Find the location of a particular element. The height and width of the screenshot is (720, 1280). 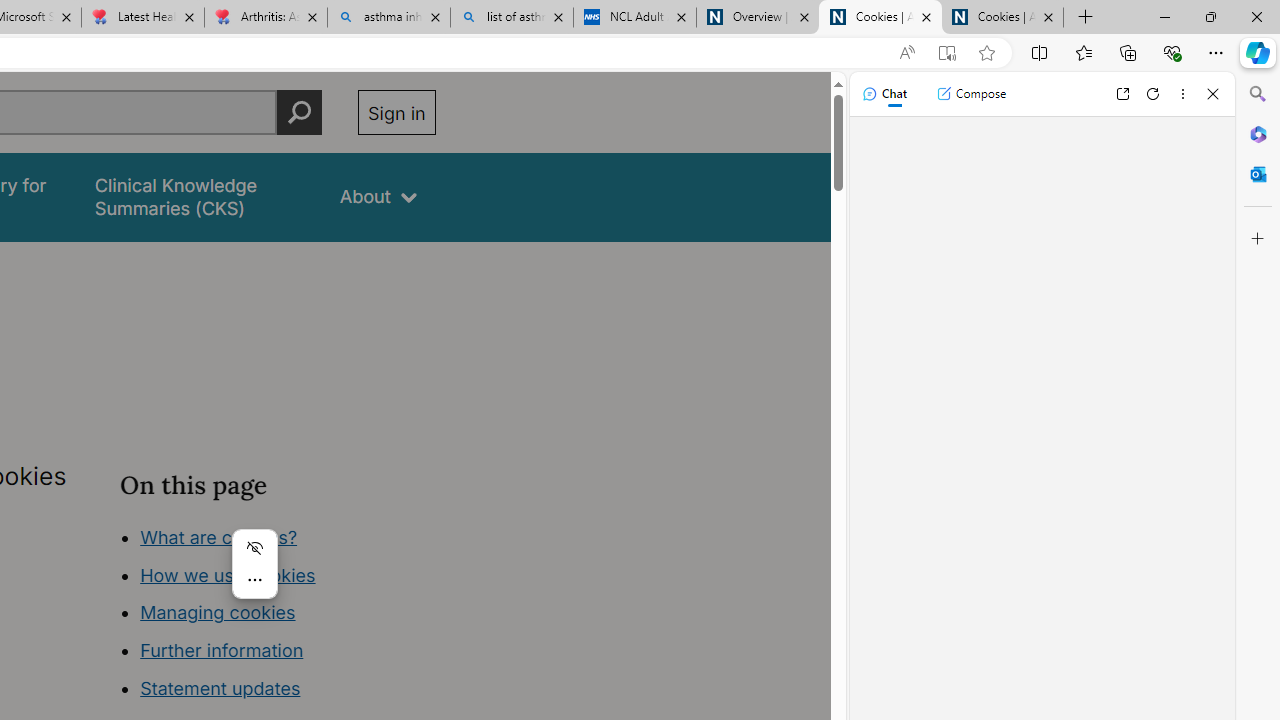

'Enter Immersive Reader (F9)' is located at coordinates (945, 52).